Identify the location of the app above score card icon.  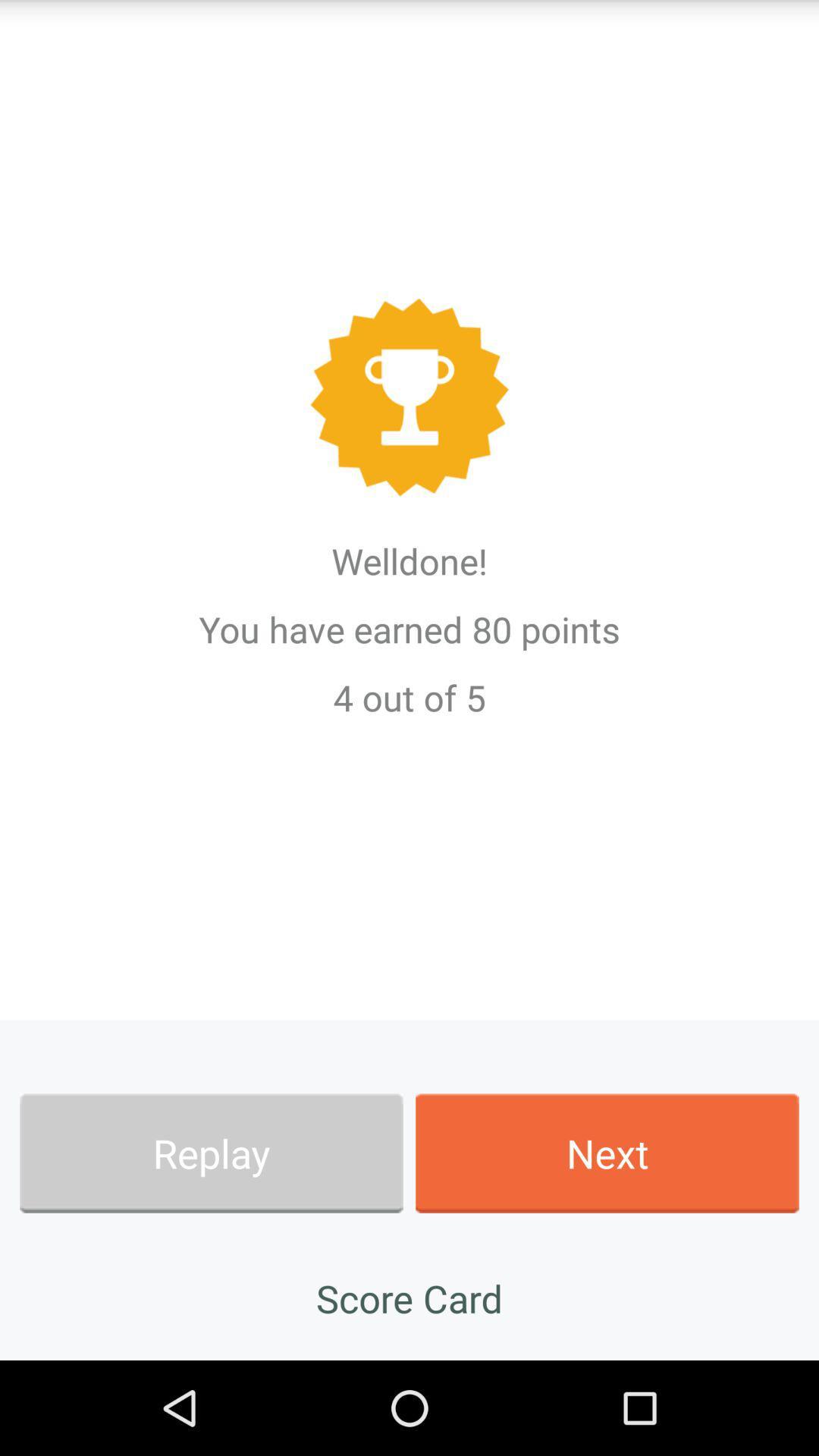
(607, 1153).